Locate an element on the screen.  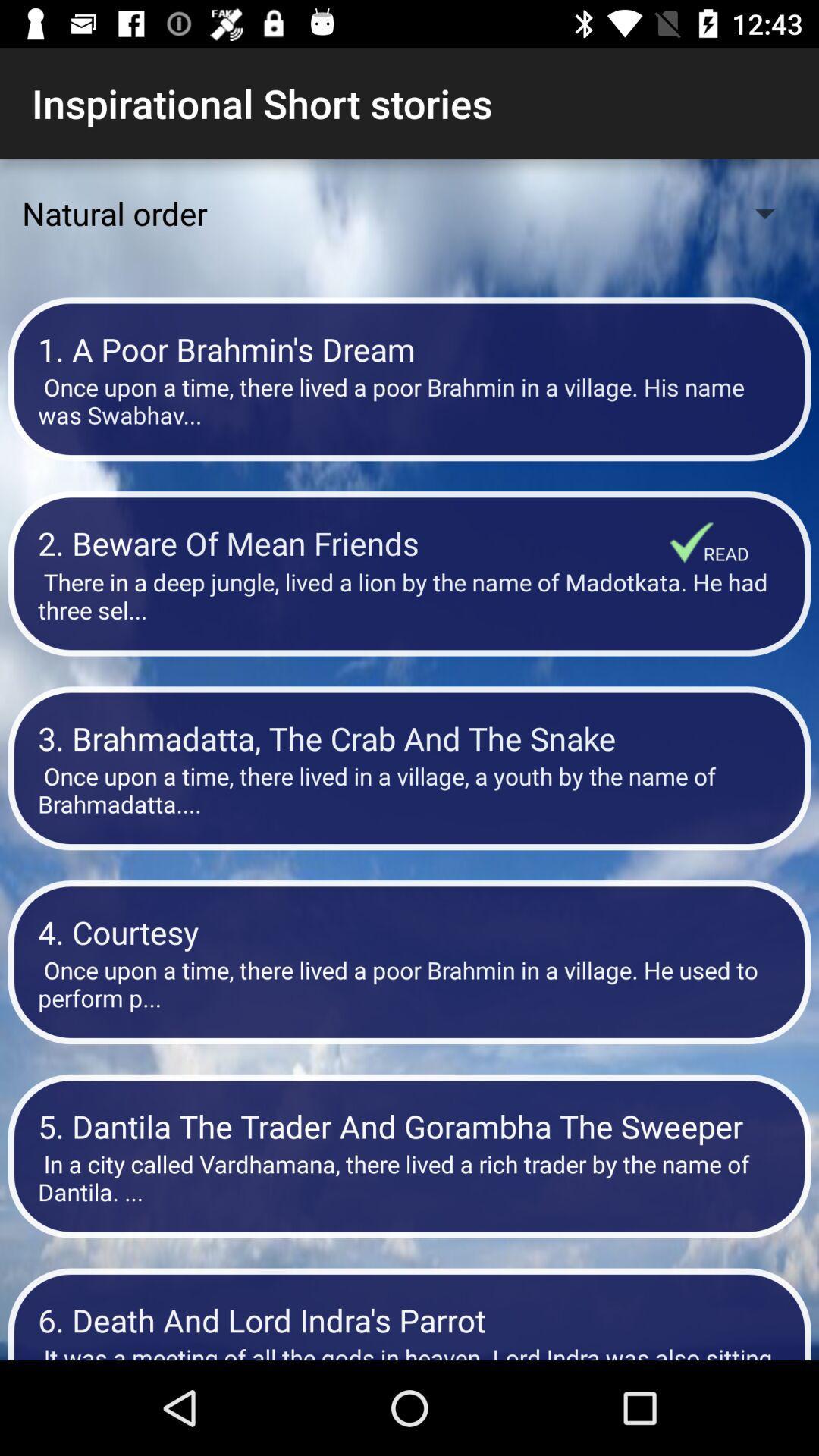
icon below in a city icon is located at coordinates (409, 1319).